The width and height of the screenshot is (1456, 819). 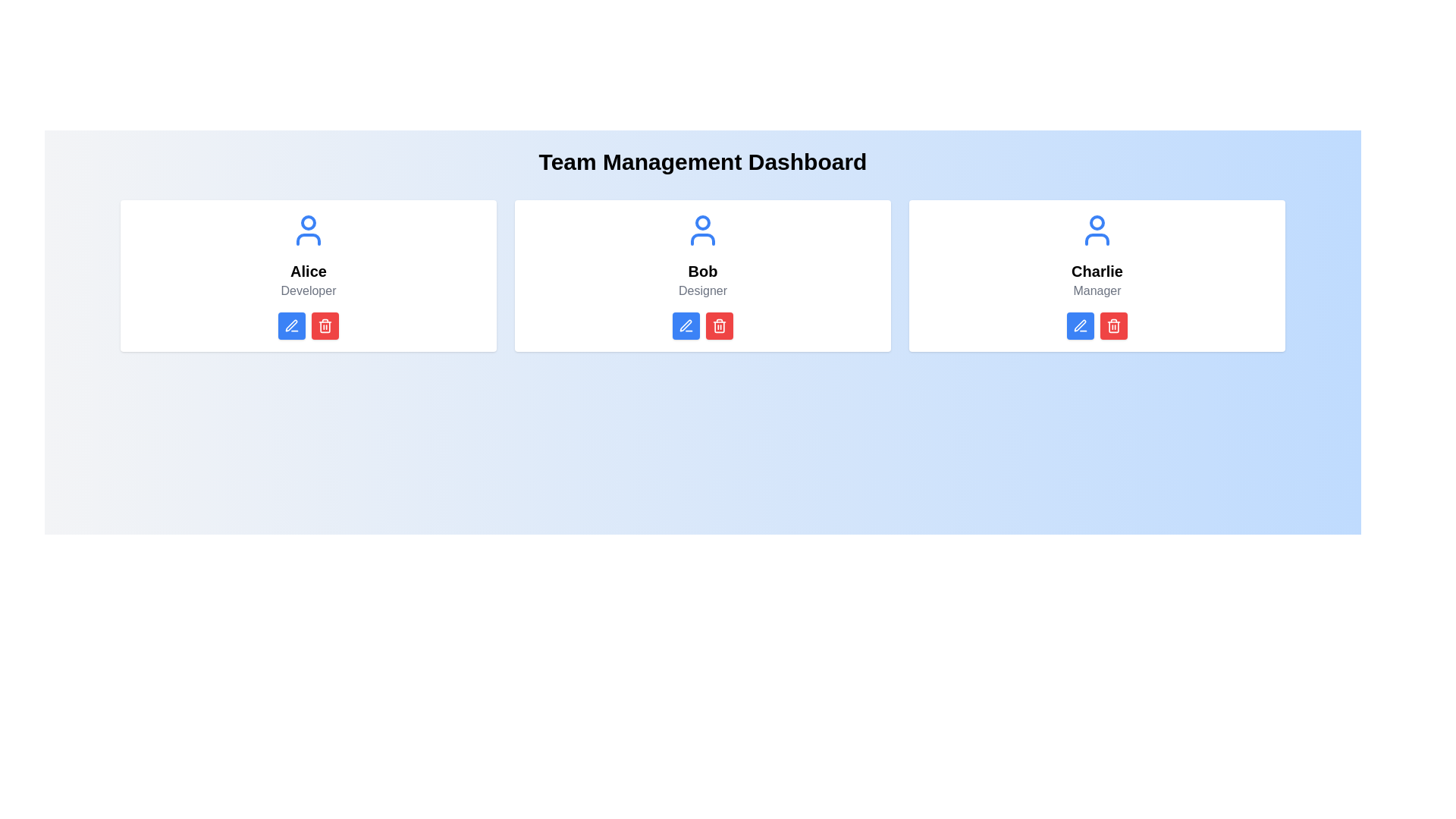 What do you see at coordinates (701, 222) in the screenshot?
I see `the SVG shape representing the head of the user avatar icon in the dashboard labeled 'Bob Designer'` at bounding box center [701, 222].